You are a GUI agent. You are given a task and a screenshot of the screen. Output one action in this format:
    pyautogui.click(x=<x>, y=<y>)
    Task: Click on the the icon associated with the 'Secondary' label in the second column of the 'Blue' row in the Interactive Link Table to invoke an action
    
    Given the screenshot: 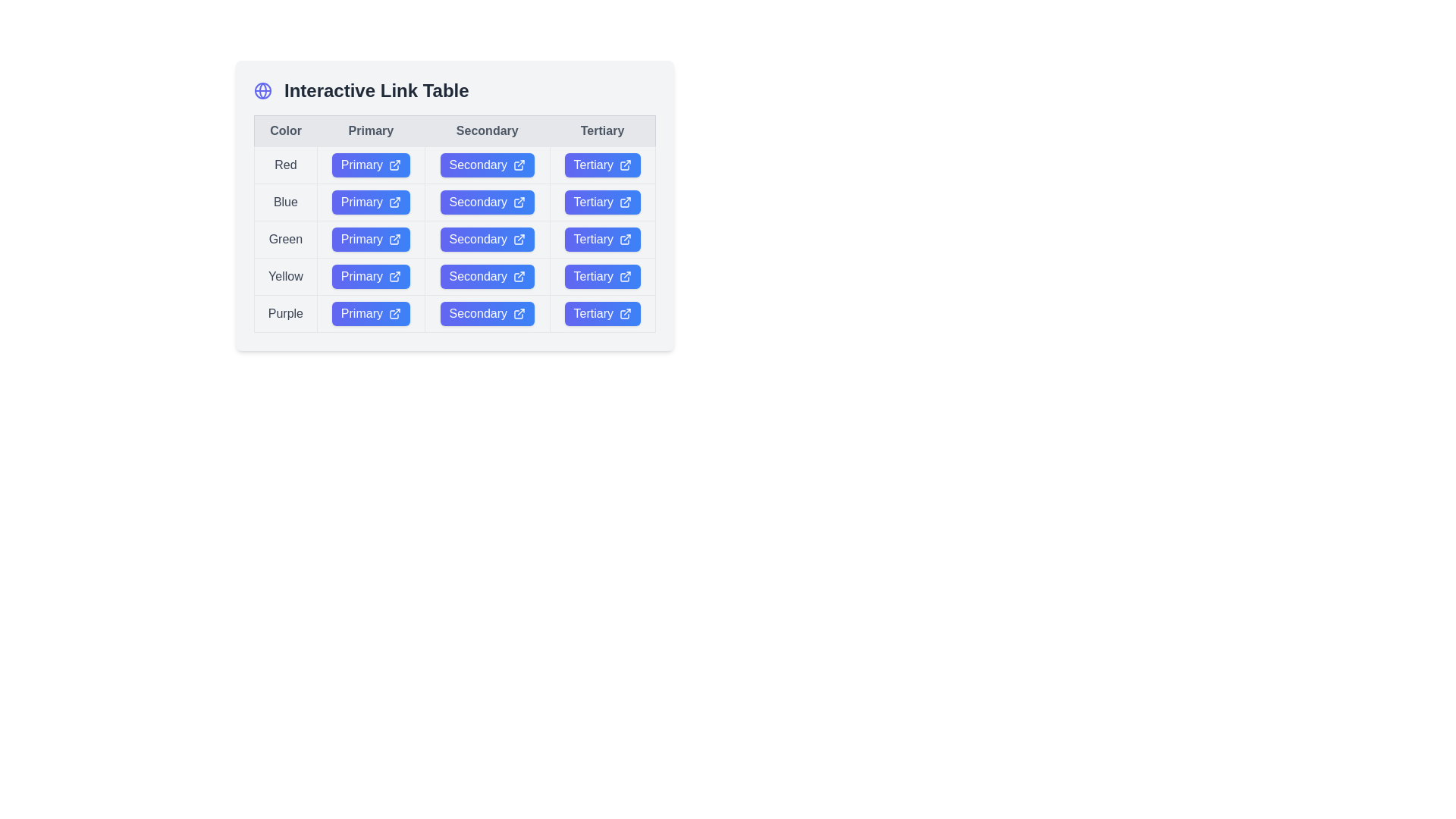 What is the action you would take?
    pyautogui.click(x=519, y=201)
    